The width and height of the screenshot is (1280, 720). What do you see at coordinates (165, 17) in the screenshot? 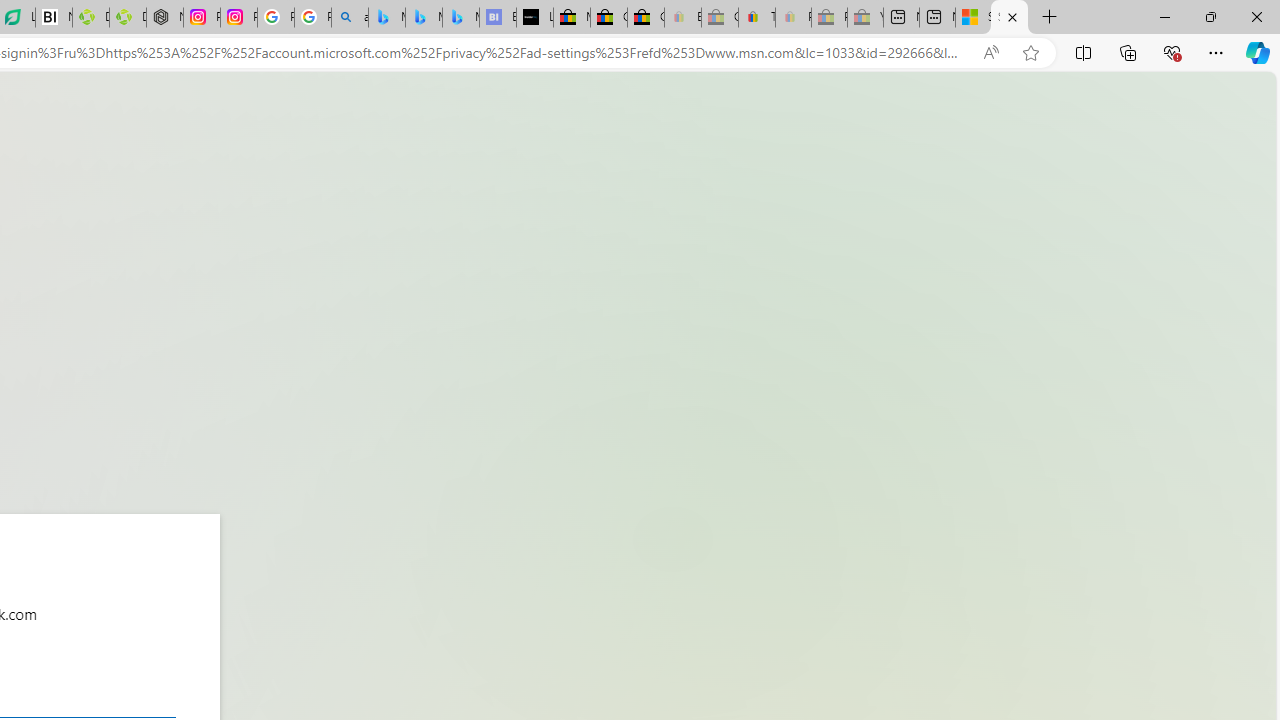
I see `'Nordace - Nordace Edin Collection'` at bounding box center [165, 17].